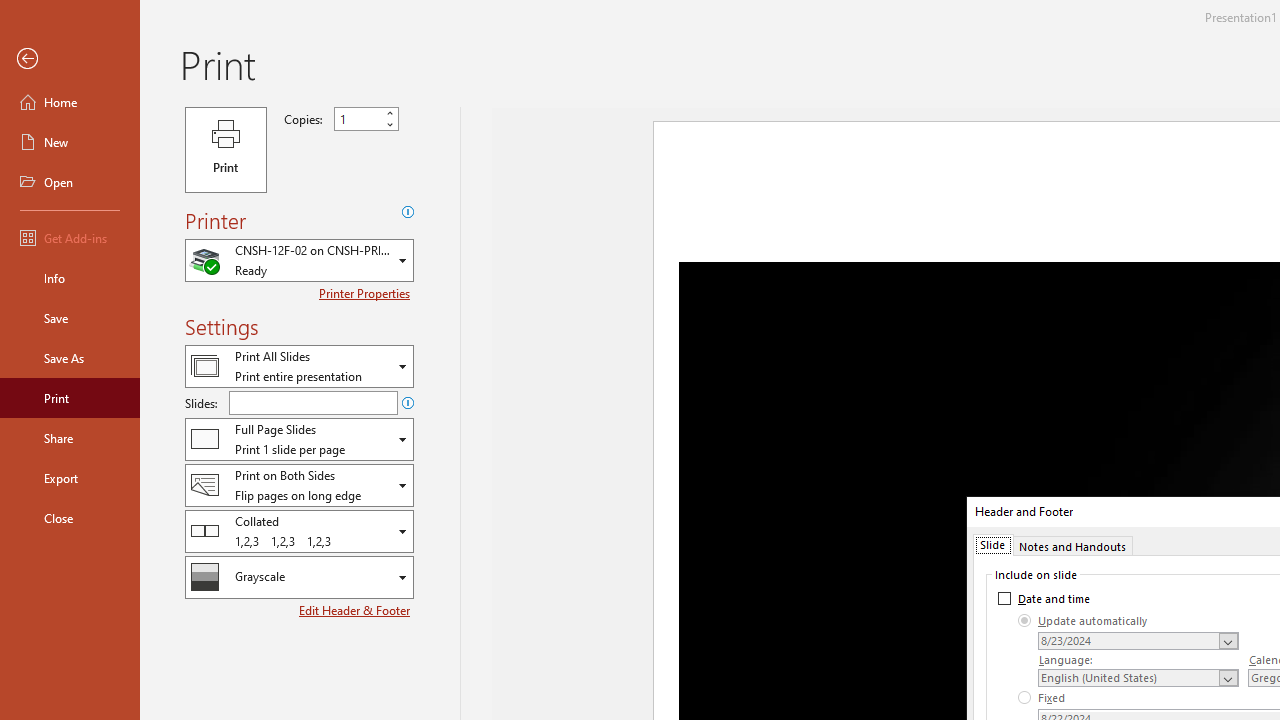 This screenshot has width=1280, height=720. What do you see at coordinates (389, 124) in the screenshot?
I see `'Less'` at bounding box center [389, 124].